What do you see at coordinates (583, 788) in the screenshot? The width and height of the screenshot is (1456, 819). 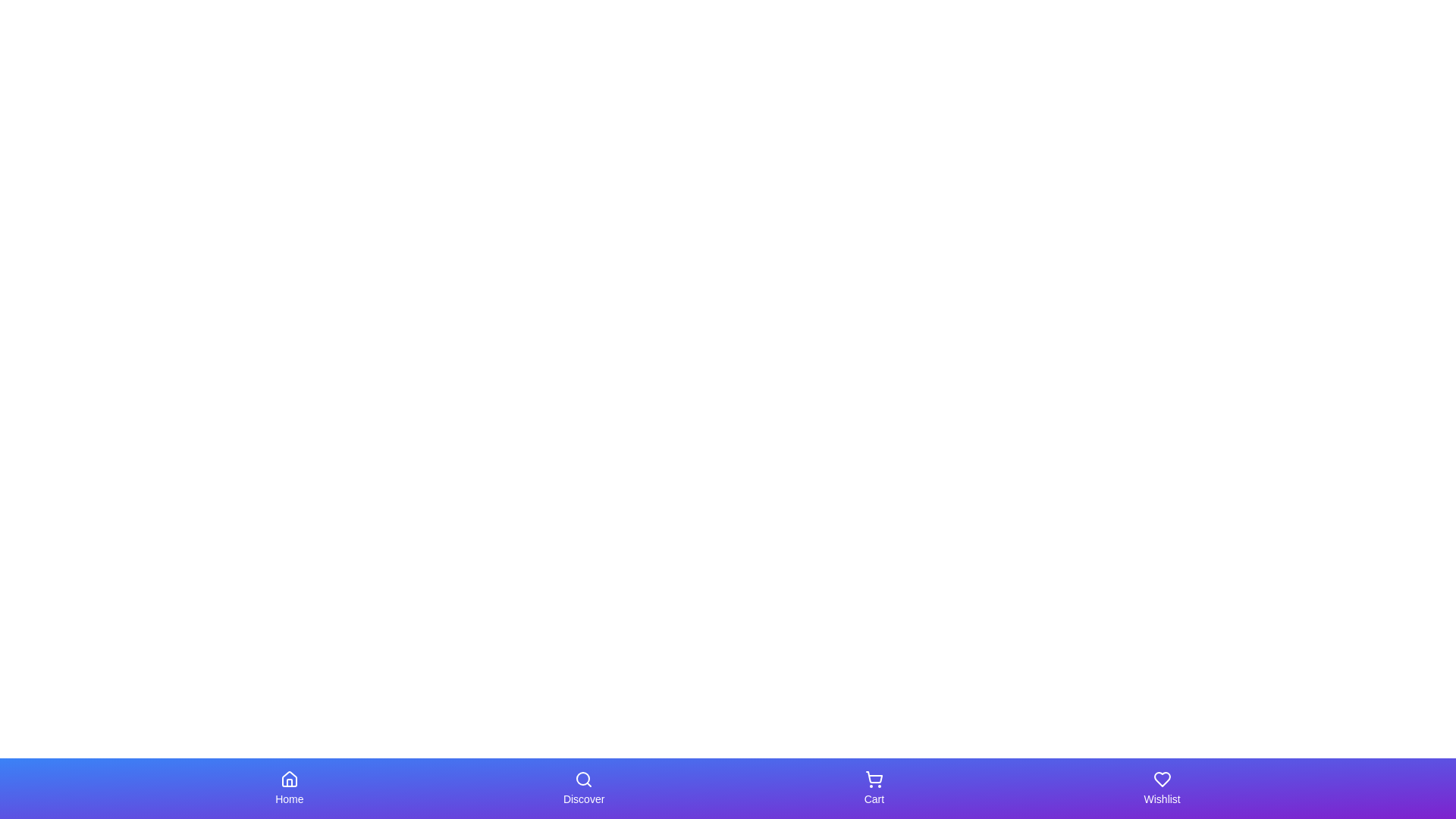 I see `the Discover button to select the corresponding tab` at bounding box center [583, 788].